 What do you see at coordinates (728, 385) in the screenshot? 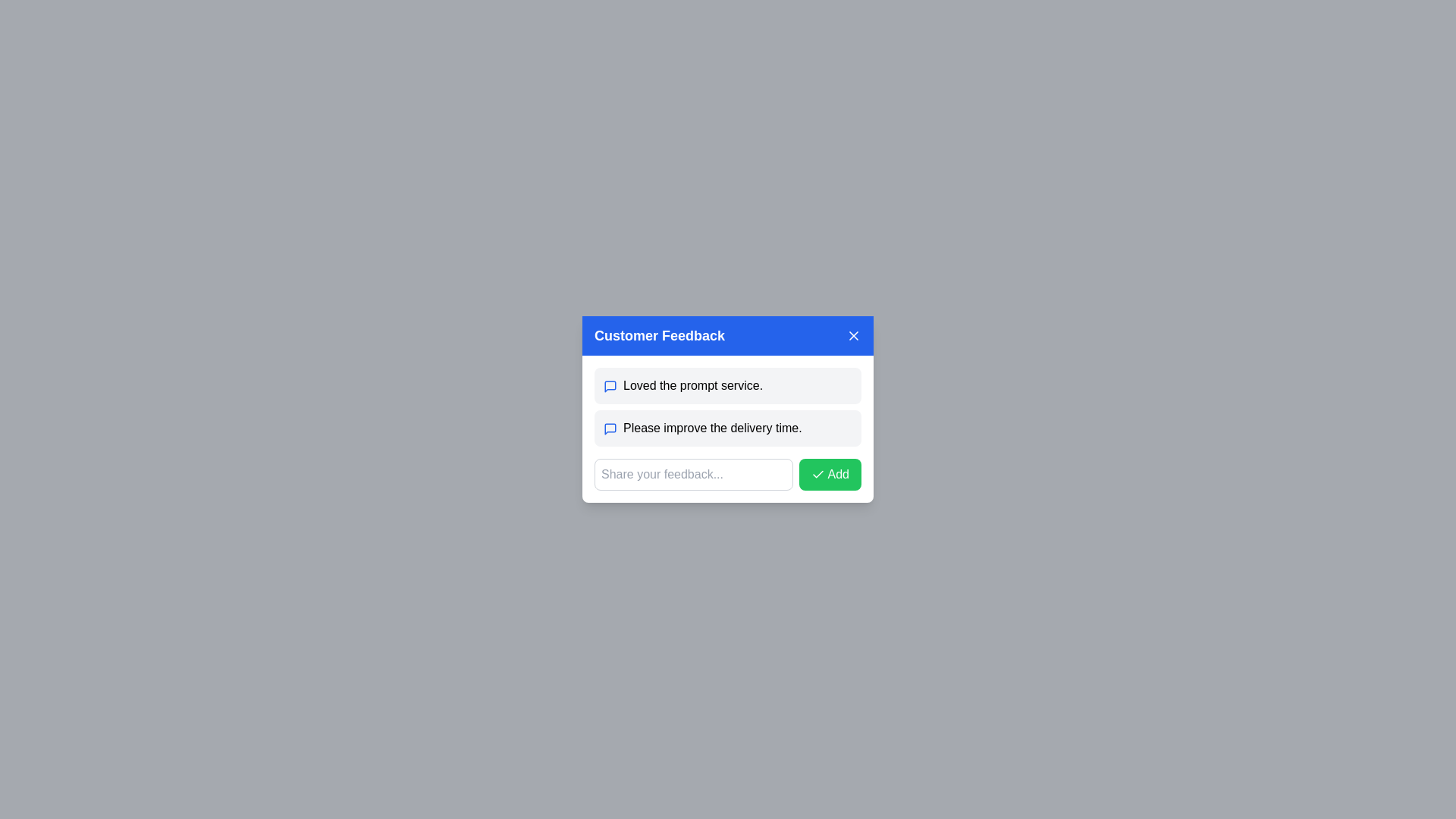
I see `text content of the first feedback message displayed below the title 'Customer Feedback' in the dialog box, which precedes the message 'Please improve the delivery time.'` at bounding box center [728, 385].